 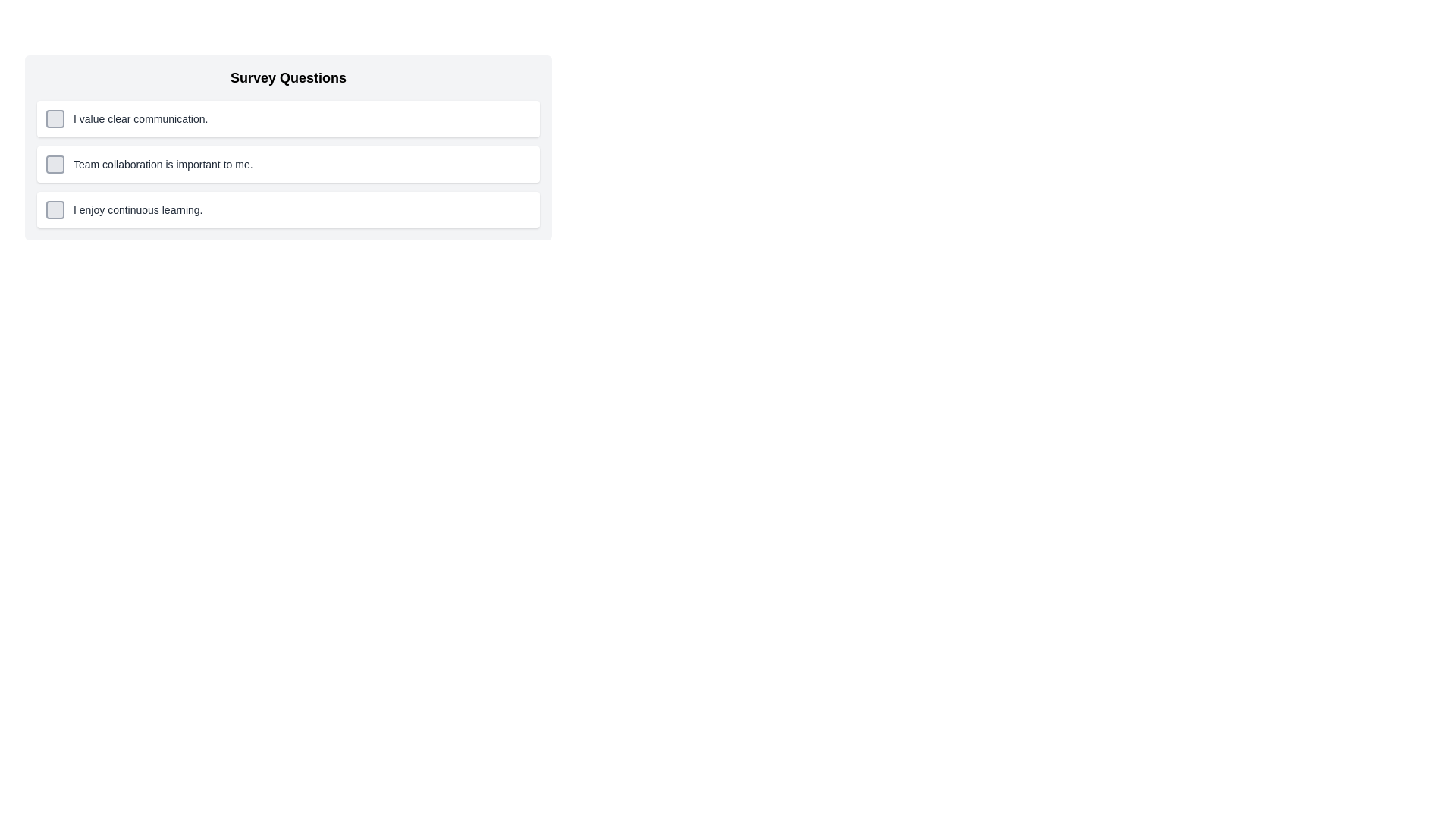 I want to click on the checkbox with a light gray background and darker gray border, located to the left of the text 'I enjoy continuous learning.', so click(x=55, y=210).